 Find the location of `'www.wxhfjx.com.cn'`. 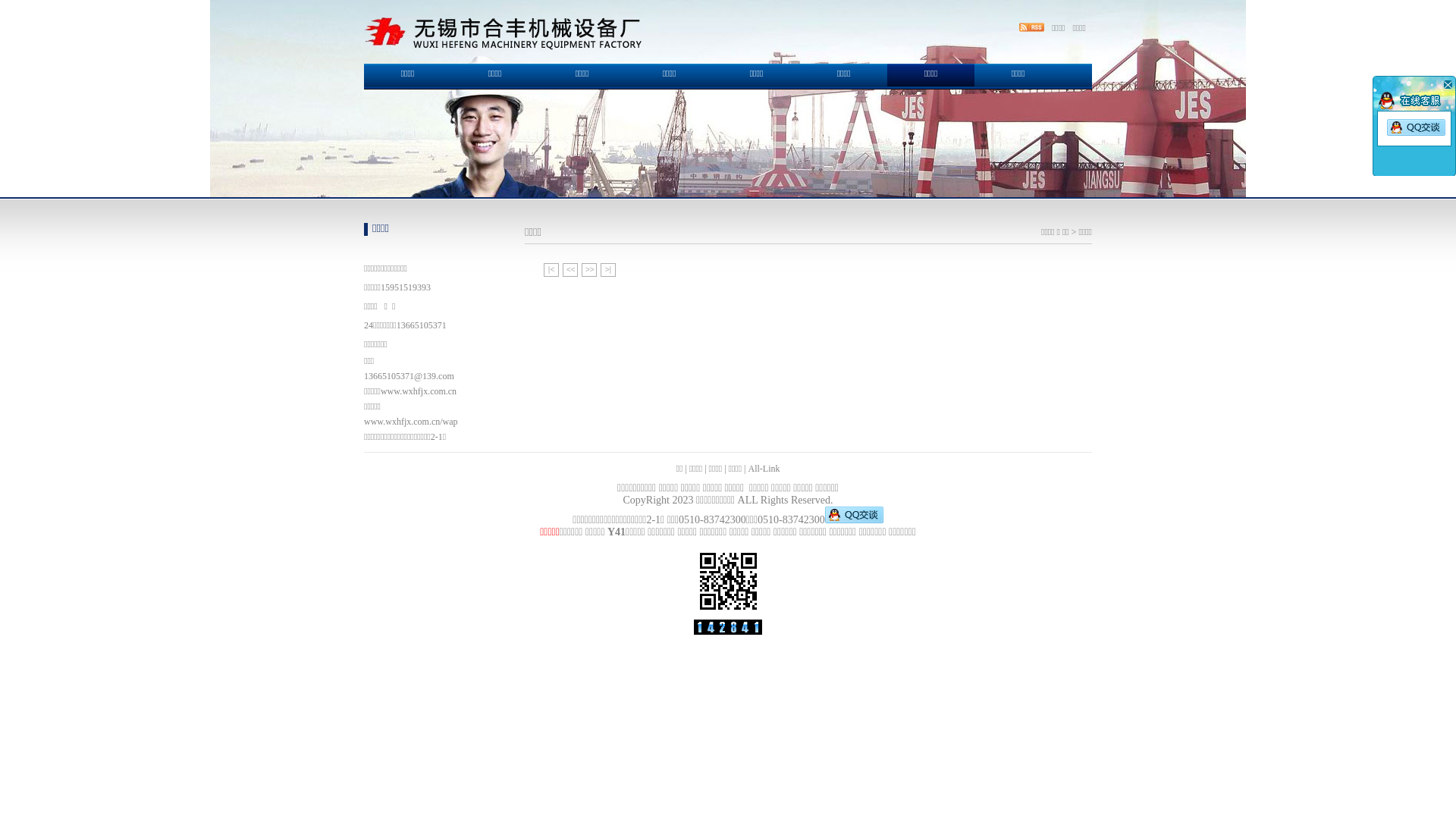

'www.wxhfjx.com.cn' is located at coordinates (419, 391).